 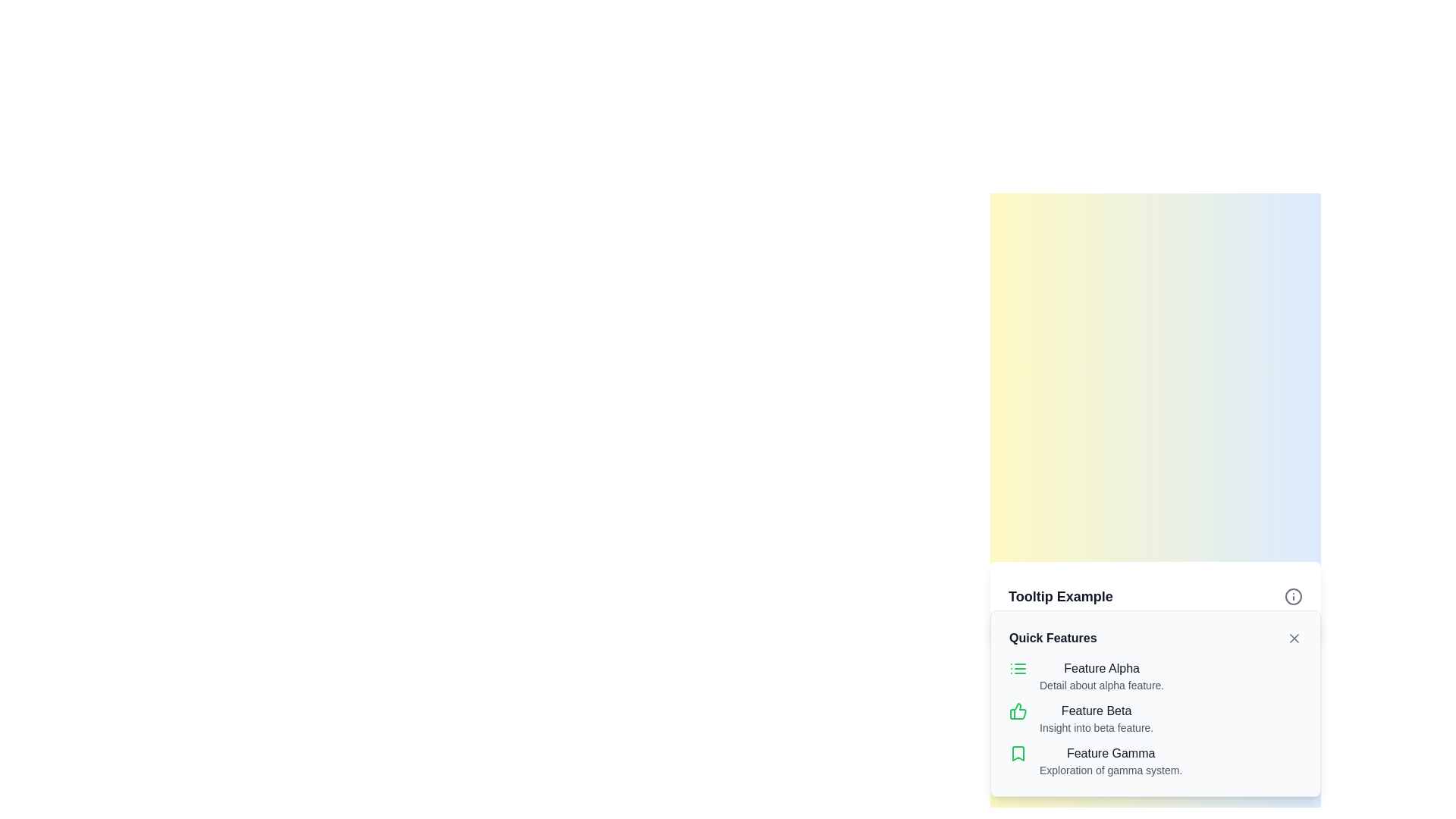 What do you see at coordinates (1154, 704) in the screenshot?
I see `the second list item in the 'Quick Features' panel that displays information about 'Feature Beta'` at bounding box center [1154, 704].